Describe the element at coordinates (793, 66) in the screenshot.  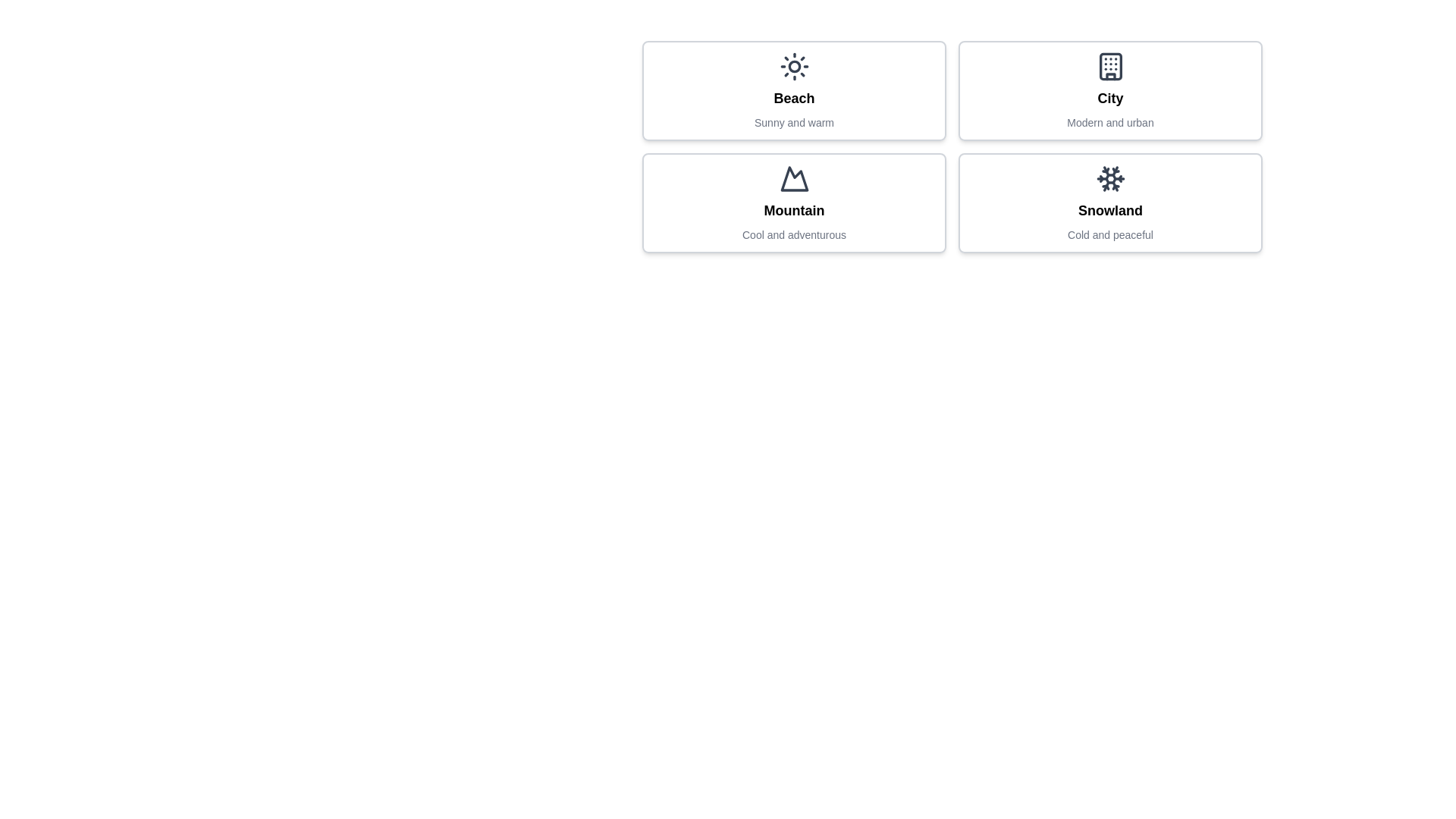
I see `the decorative SVG Circle that is part of the sun icon in the 'Beach' card located in the top-left quadrant of the layout` at that location.